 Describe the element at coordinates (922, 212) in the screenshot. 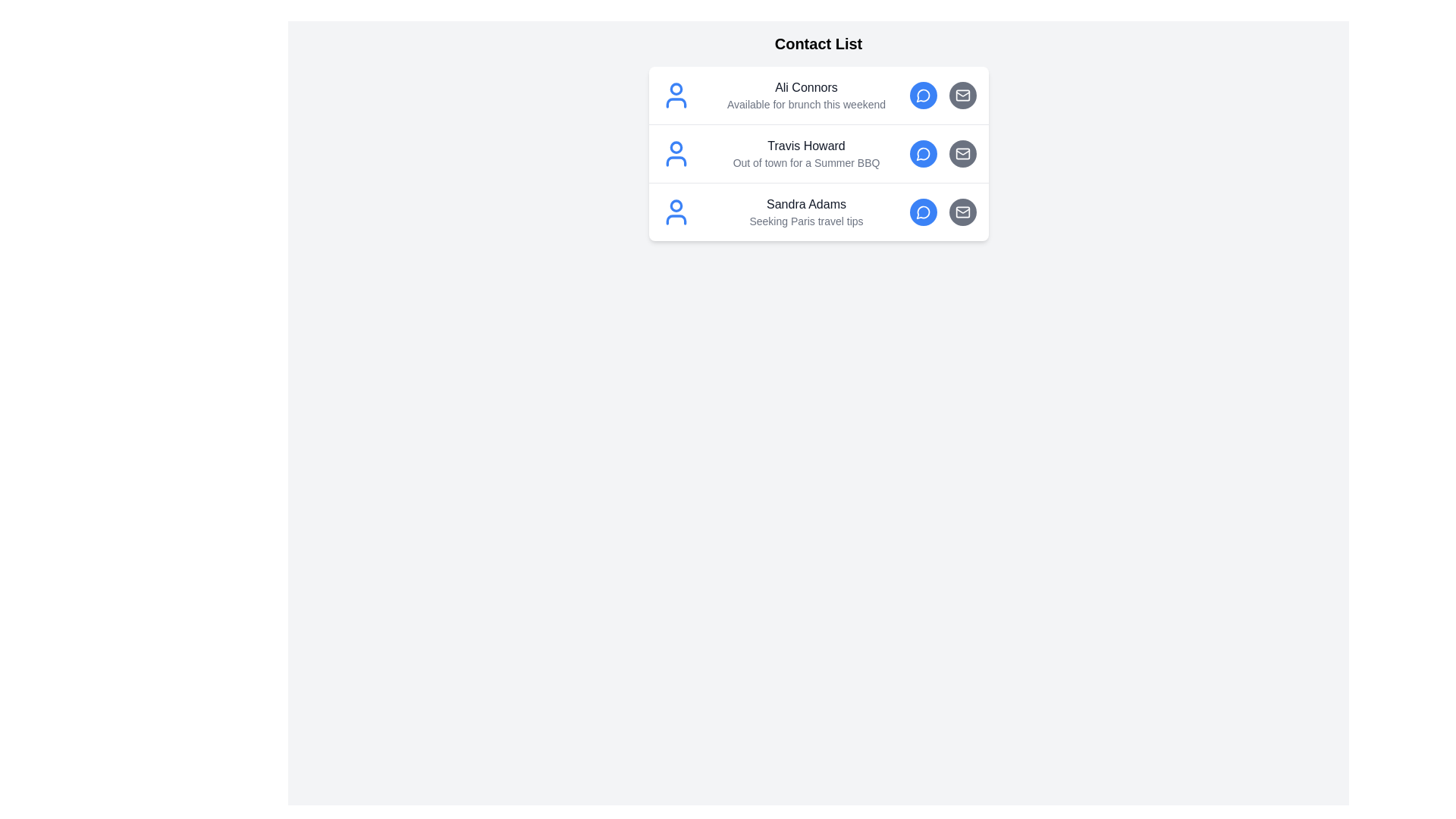

I see `the messaging button for the 'Sandra Adams' contact located in the last row of the contact listing interface` at that location.